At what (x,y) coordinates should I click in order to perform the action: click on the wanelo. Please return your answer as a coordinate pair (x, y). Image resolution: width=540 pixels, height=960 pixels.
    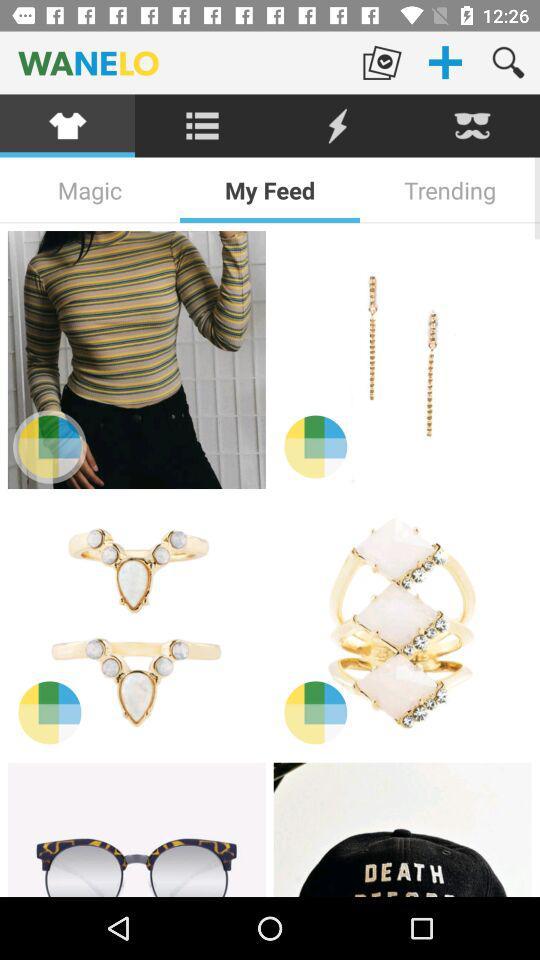
    Looking at the image, I should click on (175, 62).